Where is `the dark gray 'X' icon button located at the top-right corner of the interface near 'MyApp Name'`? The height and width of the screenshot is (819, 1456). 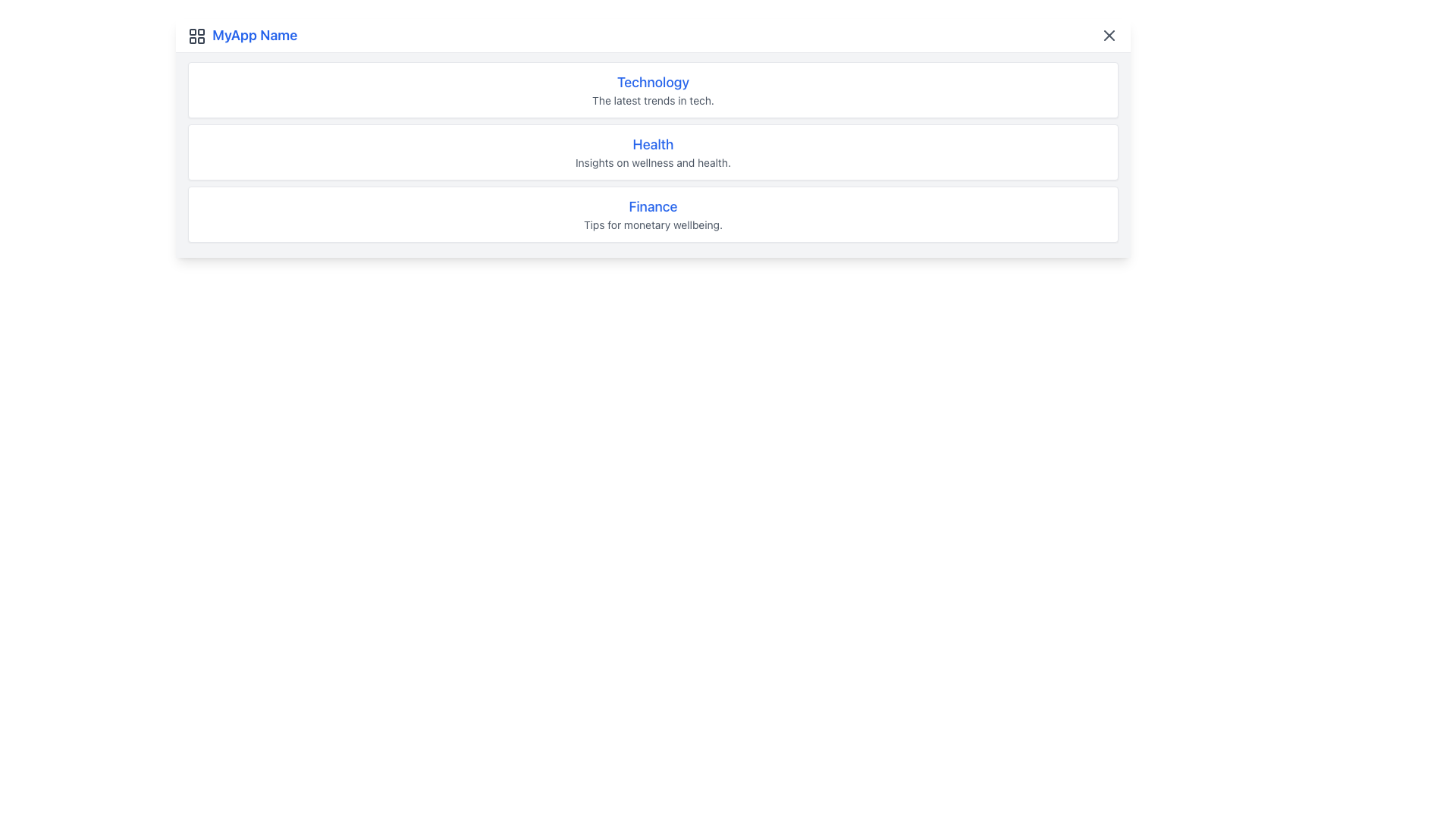
the dark gray 'X' icon button located at the top-right corner of the interface near 'MyApp Name' is located at coordinates (1109, 34).